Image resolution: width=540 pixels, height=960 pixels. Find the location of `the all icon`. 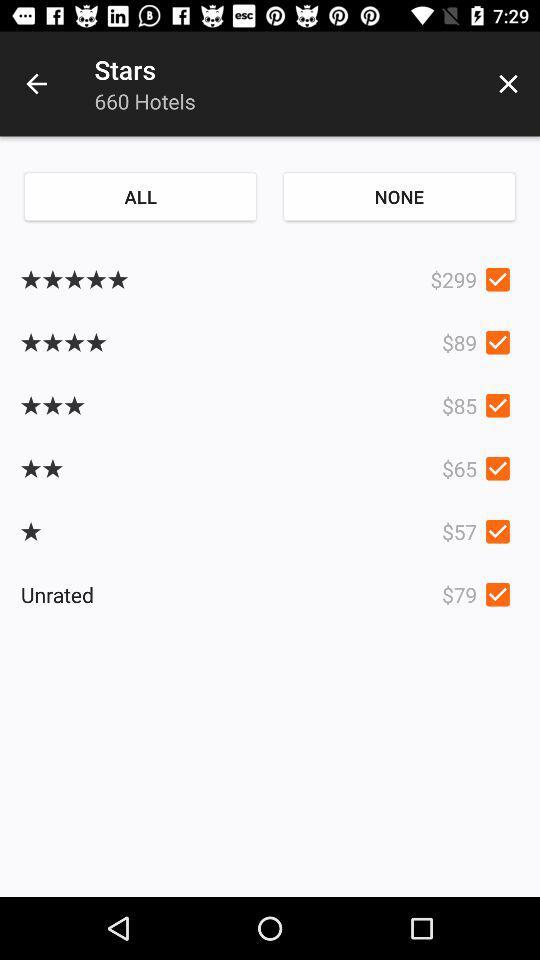

the all icon is located at coordinates (139, 196).